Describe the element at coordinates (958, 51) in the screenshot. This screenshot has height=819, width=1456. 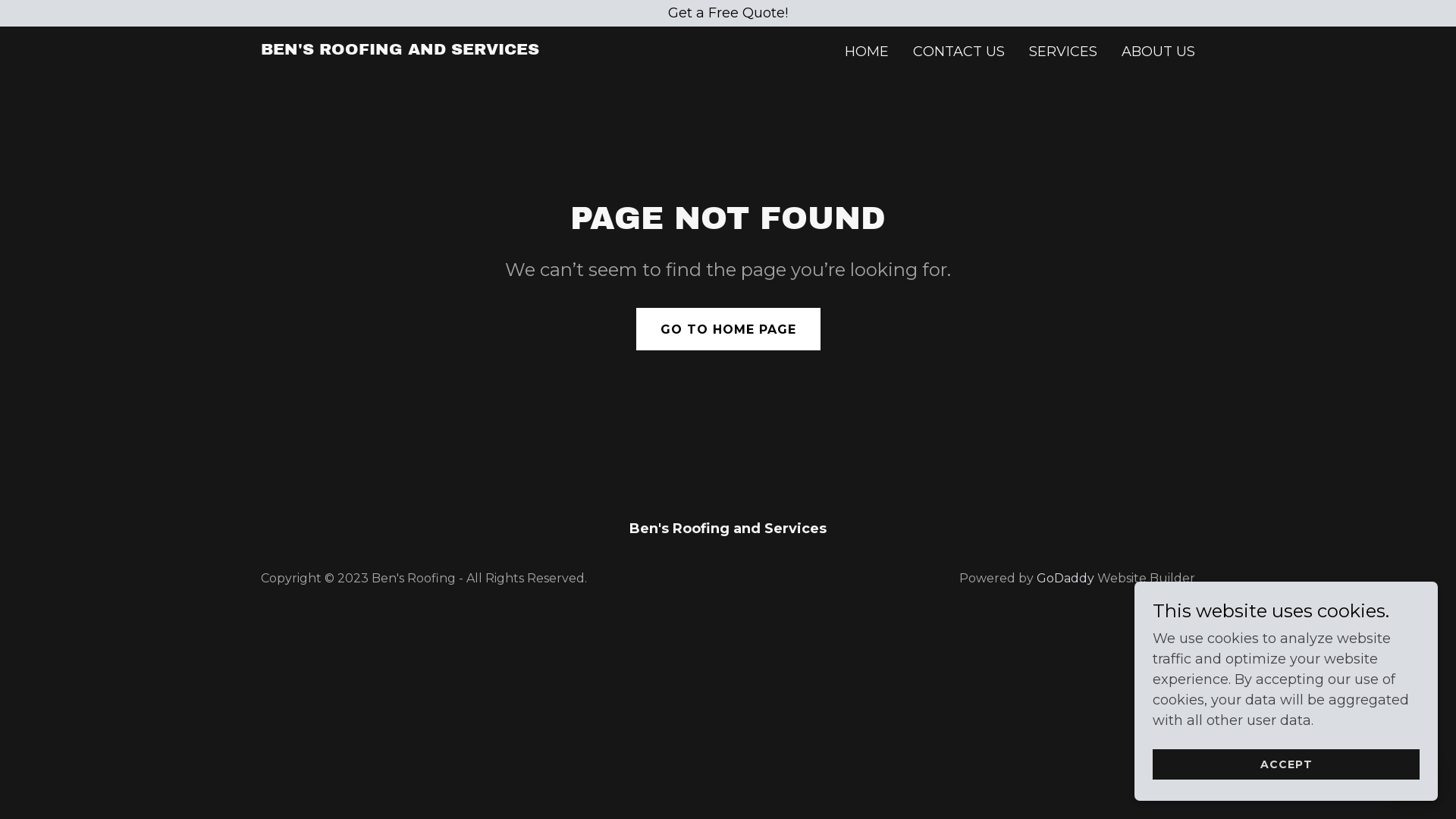
I see `'CONTACT US'` at that location.